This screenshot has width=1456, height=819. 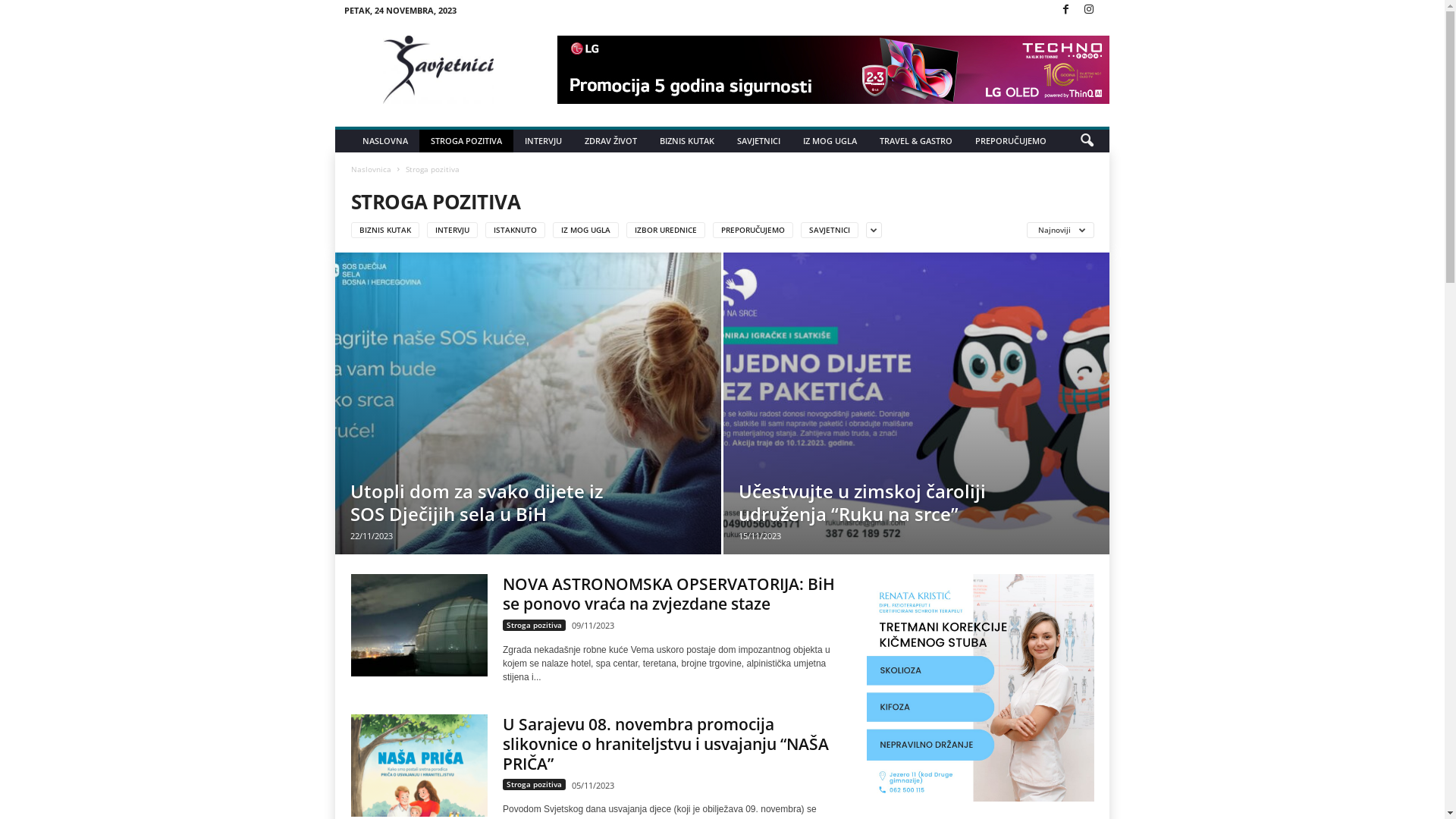 What do you see at coordinates (465, 140) in the screenshot?
I see `'STROGA POZITIVA'` at bounding box center [465, 140].